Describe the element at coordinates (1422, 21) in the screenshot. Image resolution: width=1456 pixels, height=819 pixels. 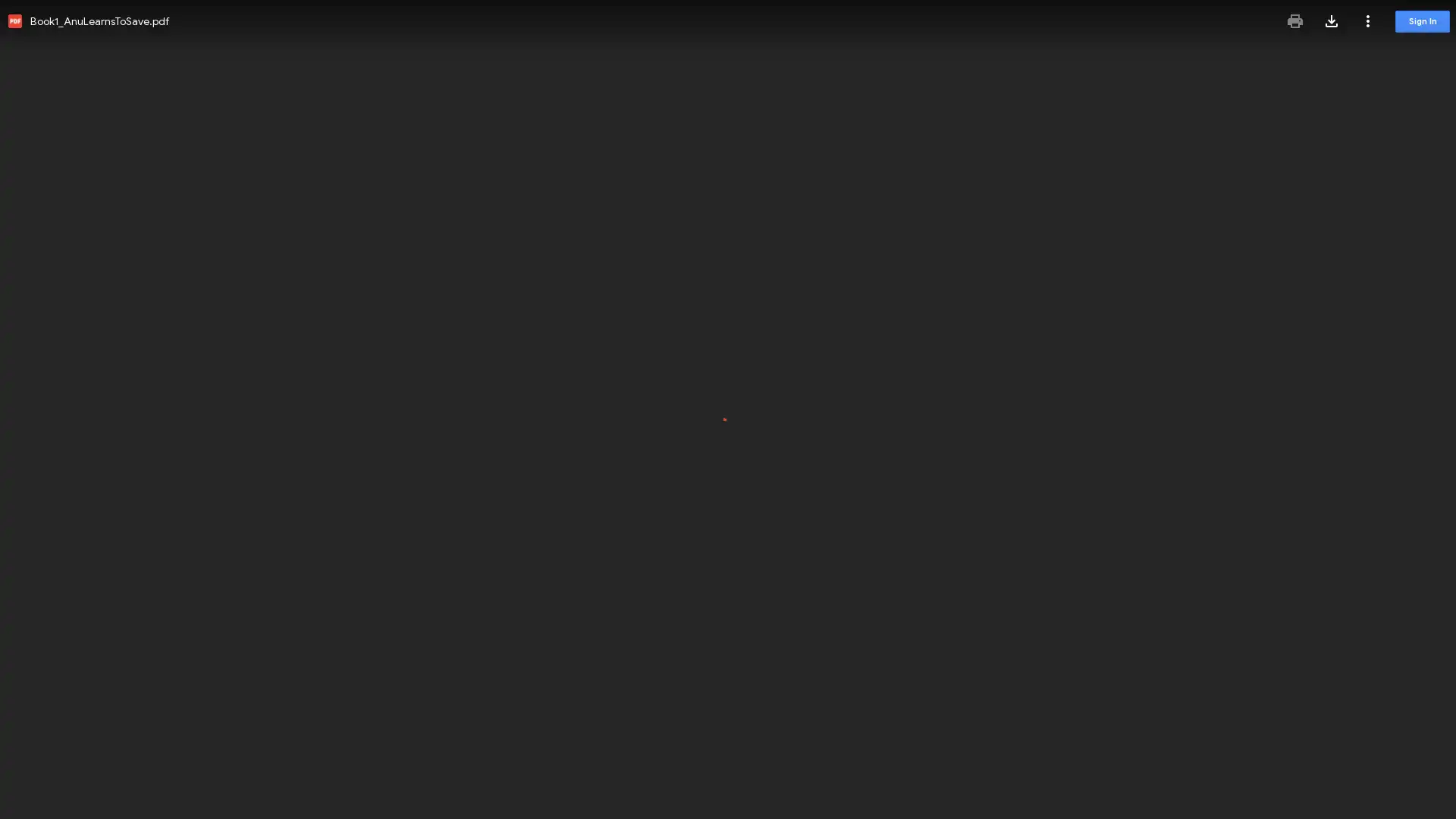
I see `Sign In` at that location.